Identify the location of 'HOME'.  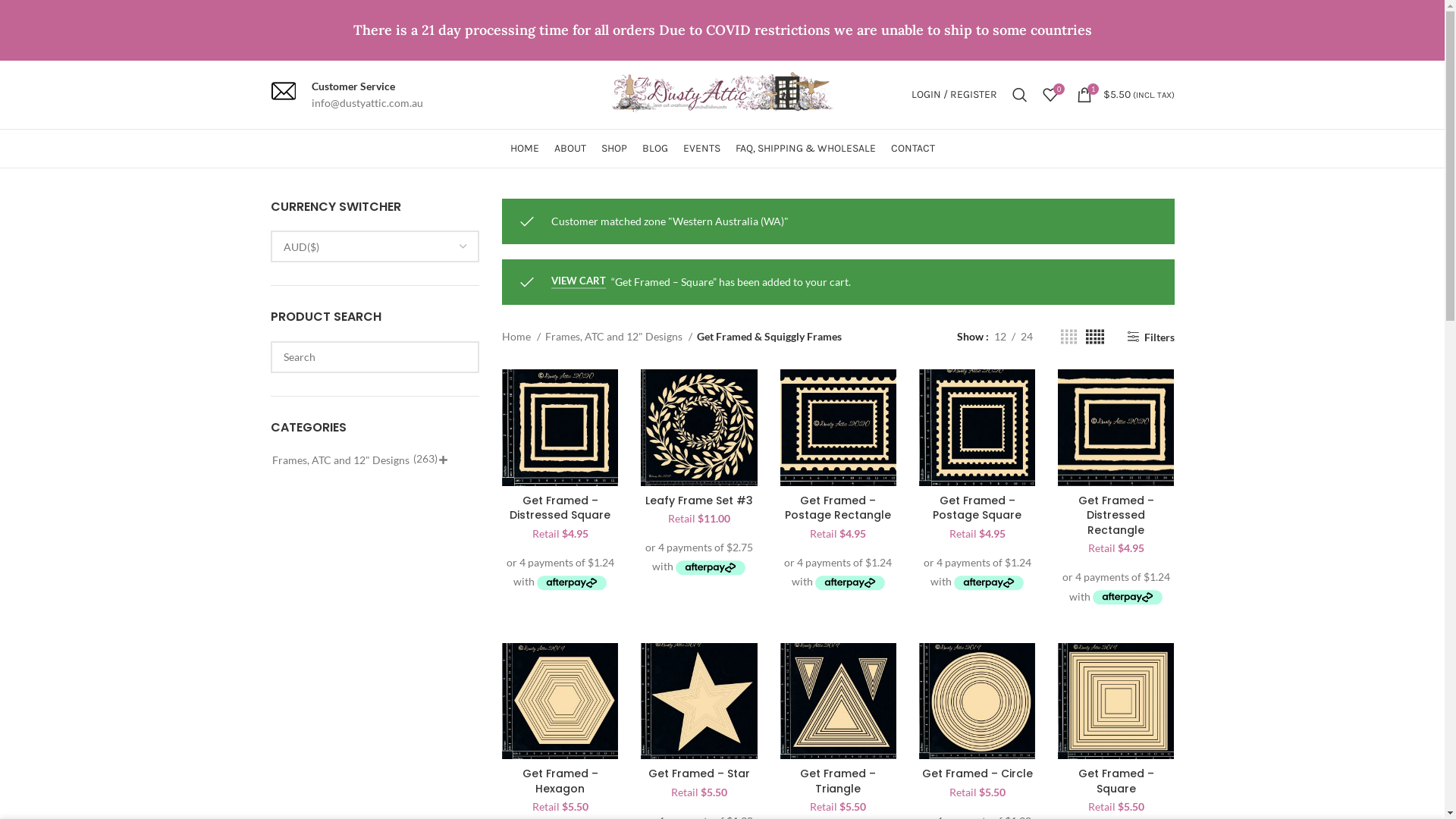
(524, 149).